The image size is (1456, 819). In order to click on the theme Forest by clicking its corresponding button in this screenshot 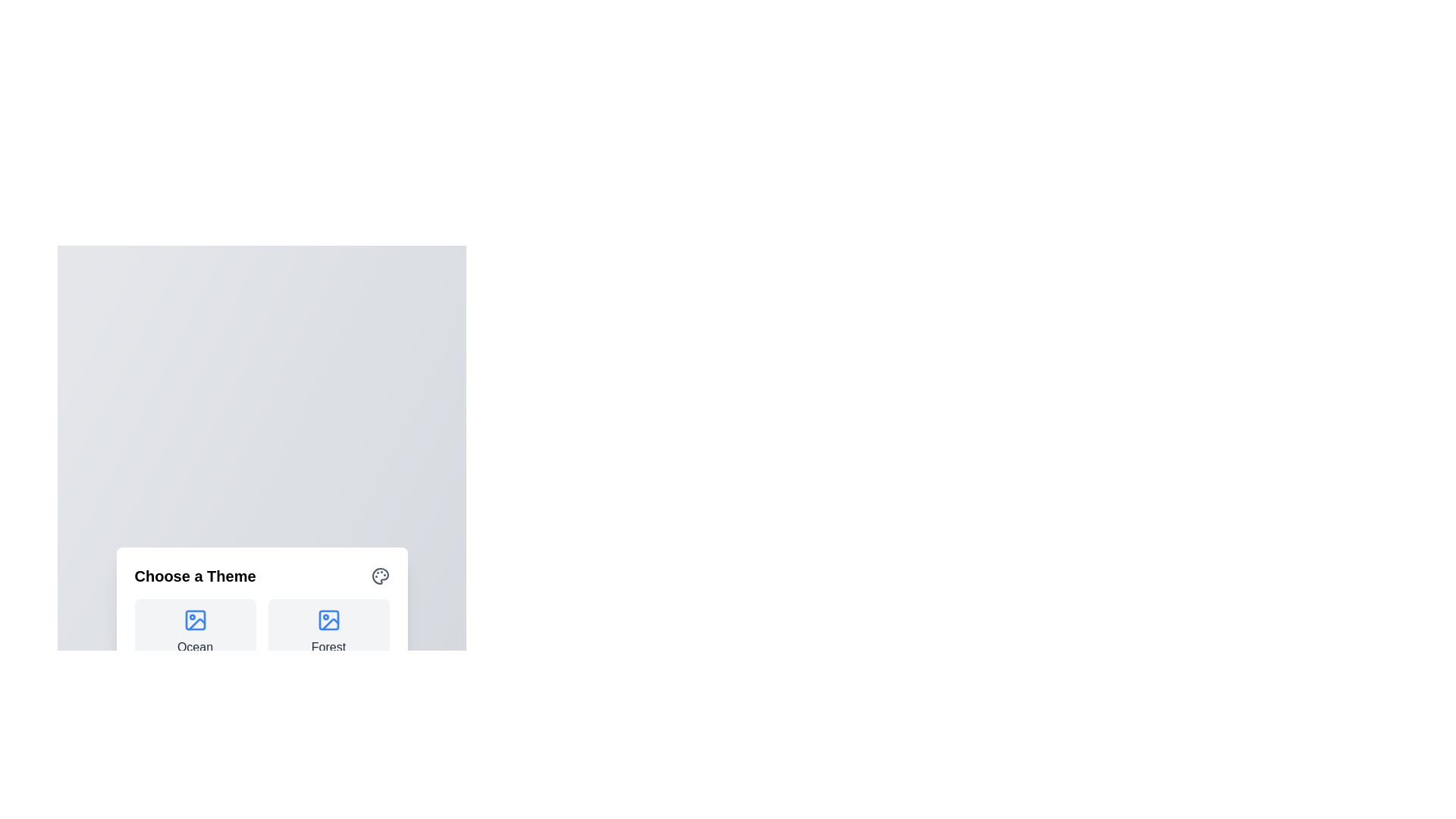, I will do `click(328, 632)`.